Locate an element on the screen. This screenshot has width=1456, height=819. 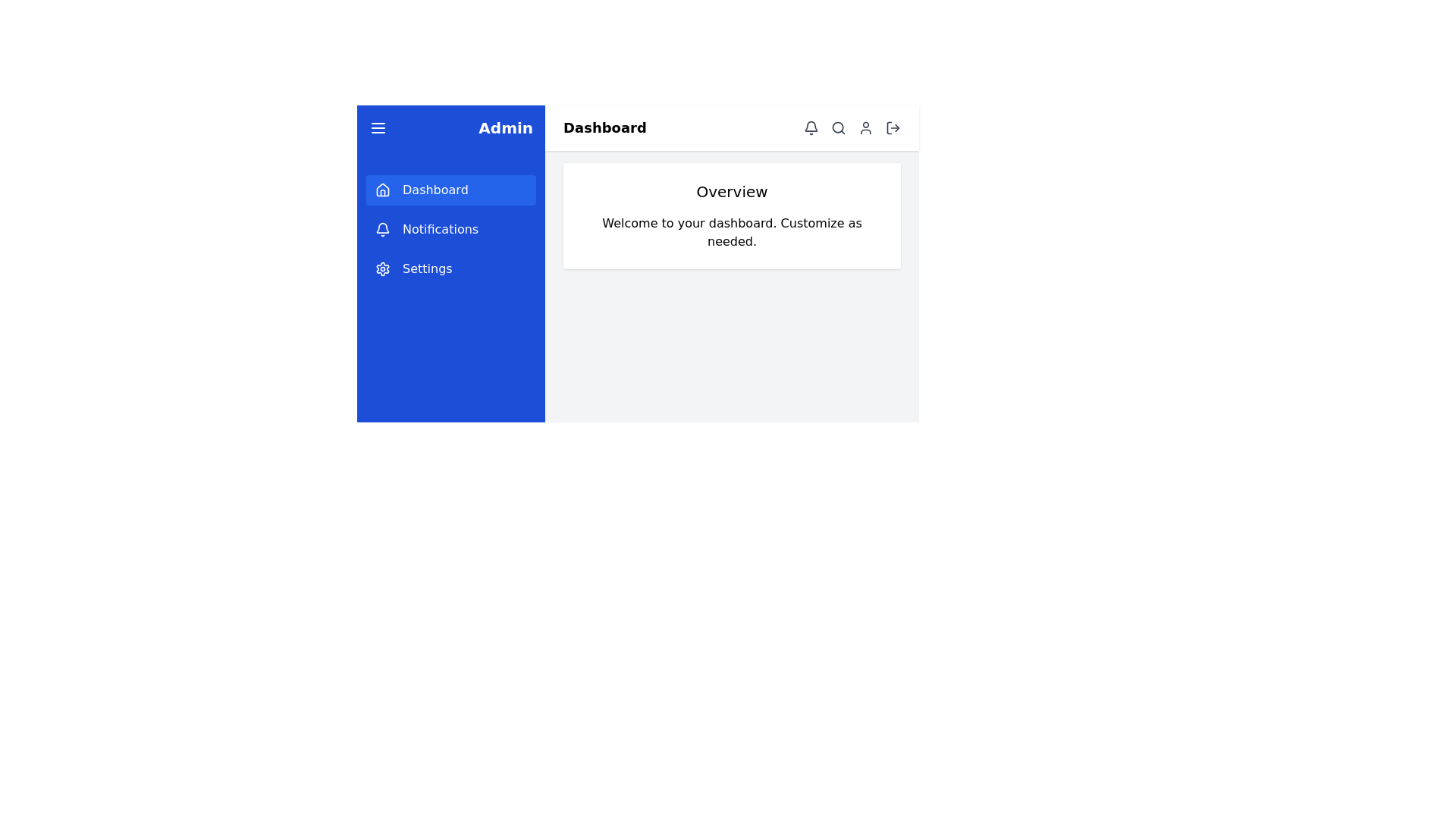
the 'Notifications' icon is located at coordinates (382, 230).